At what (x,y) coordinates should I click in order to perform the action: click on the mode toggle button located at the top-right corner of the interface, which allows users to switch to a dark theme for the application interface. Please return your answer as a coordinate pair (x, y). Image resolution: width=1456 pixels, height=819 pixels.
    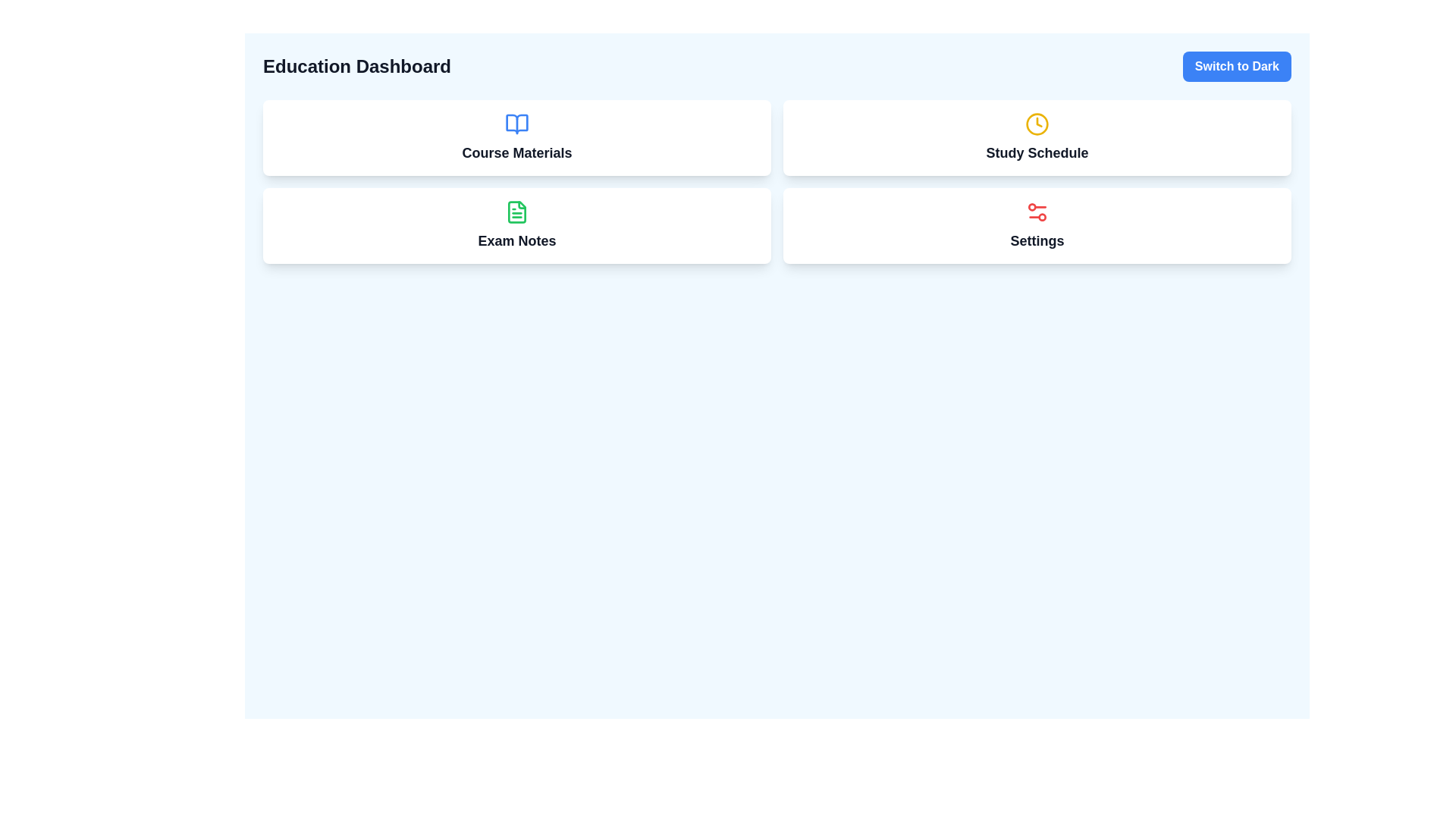
    Looking at the image, I should click on (1237, 66).